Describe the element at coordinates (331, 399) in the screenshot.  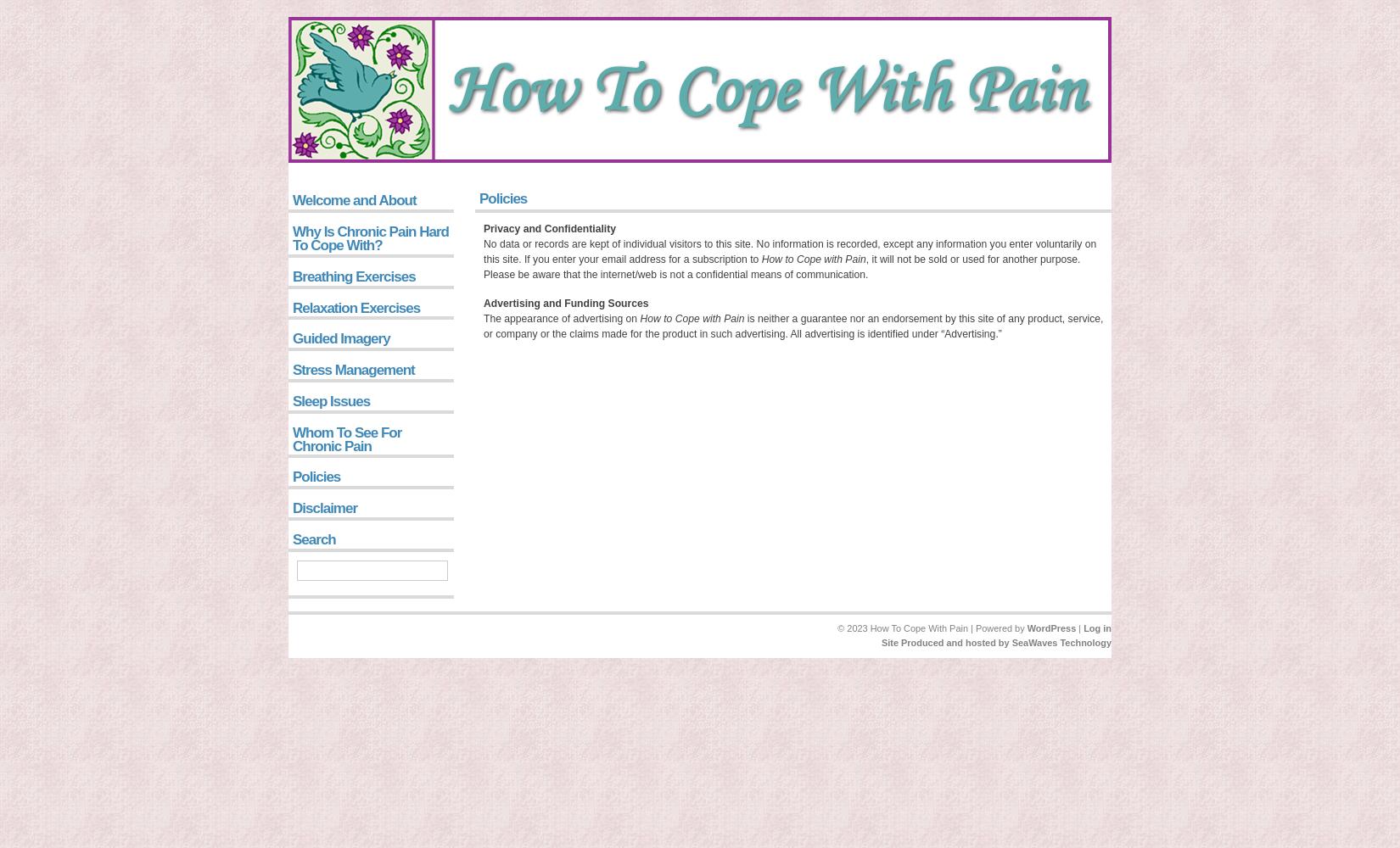
I see `'Sleep Issues'` at that location.